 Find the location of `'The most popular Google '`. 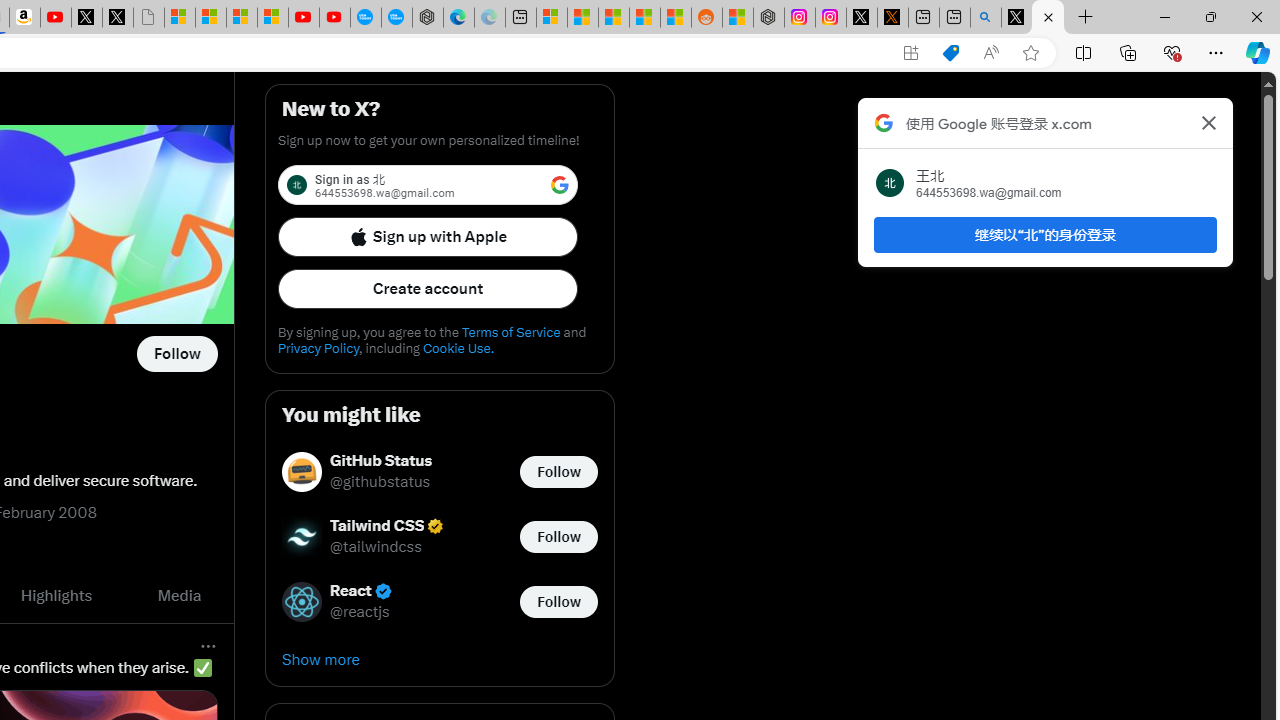

'The most popular Google ' is located at coordinates (396, 17).